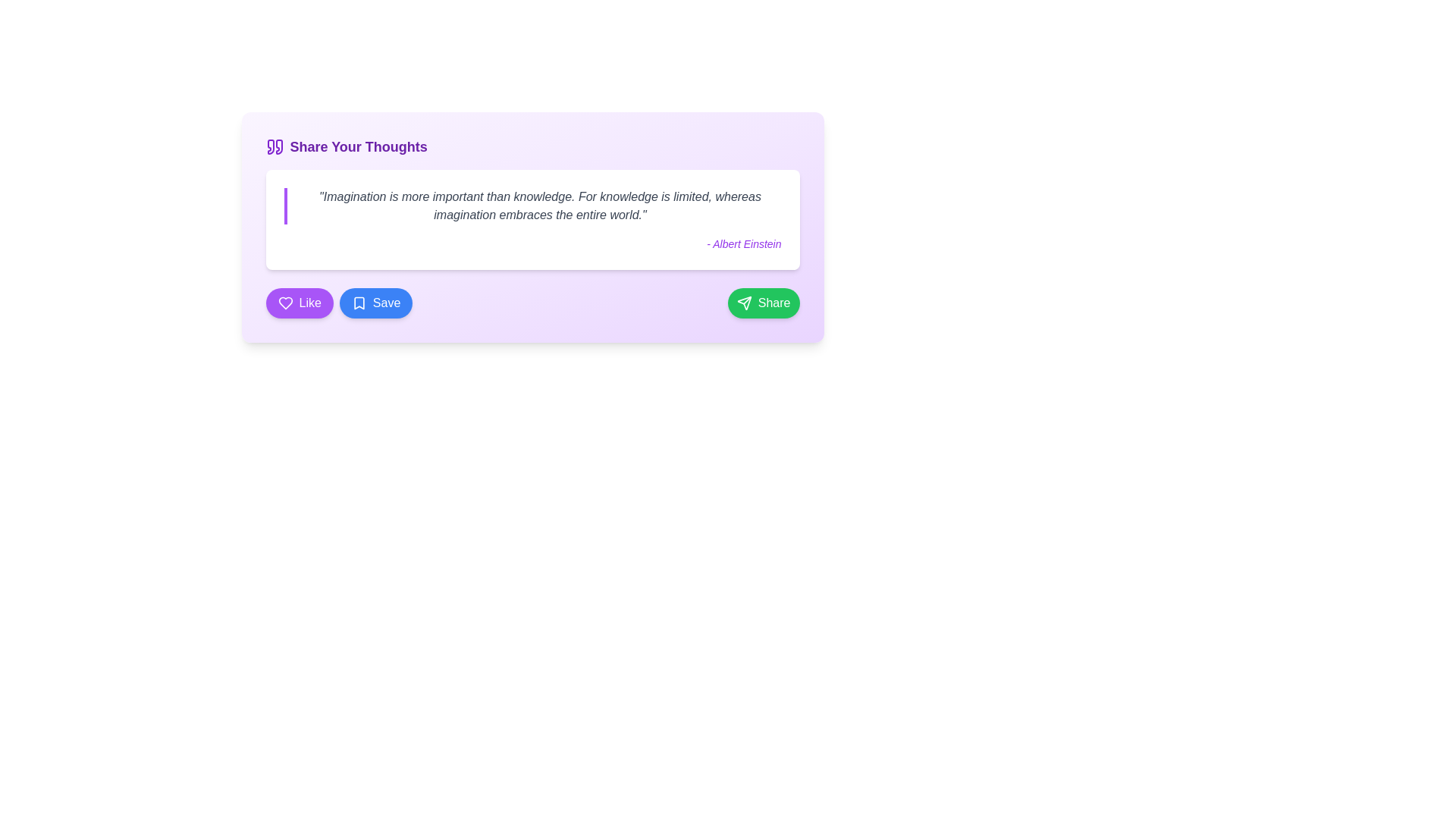 This screenshot has height=819, width=1456. I want to click on the text label displaying 'Share Your Thoughts', which is styled in a bold, large purple font and located in the upper-left portion of the card-like component, so click(358, 146).